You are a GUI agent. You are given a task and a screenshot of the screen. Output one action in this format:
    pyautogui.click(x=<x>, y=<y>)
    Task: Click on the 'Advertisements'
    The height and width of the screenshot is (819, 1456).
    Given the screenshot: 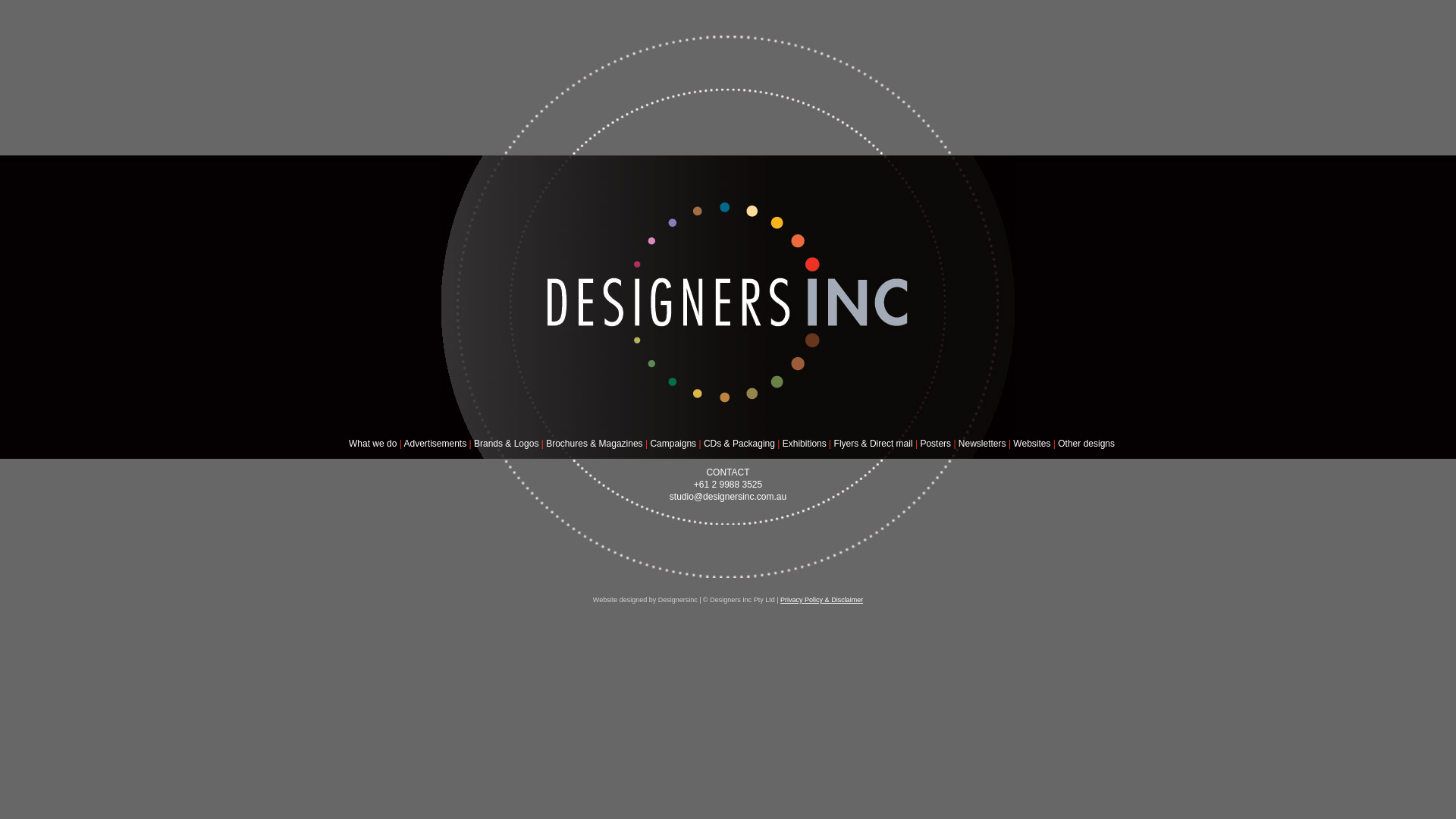 What is the action you would take?
    pyautogui.click(x=434, y=444)
    